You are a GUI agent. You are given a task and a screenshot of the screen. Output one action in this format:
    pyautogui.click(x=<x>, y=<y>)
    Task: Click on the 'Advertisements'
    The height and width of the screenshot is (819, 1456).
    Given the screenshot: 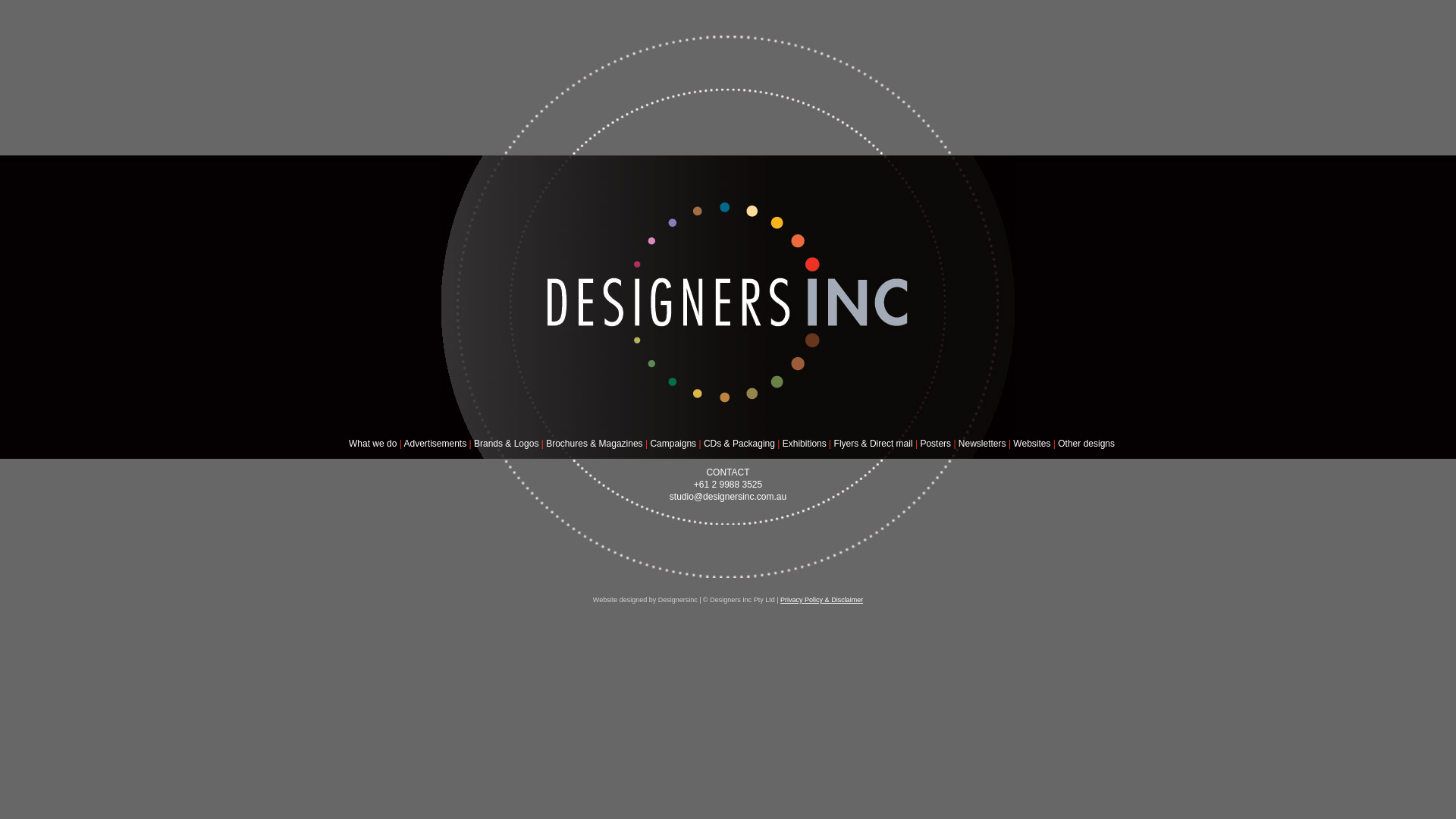 What is the action you would take?
    pyautogui.click(x=434, y=444)
    